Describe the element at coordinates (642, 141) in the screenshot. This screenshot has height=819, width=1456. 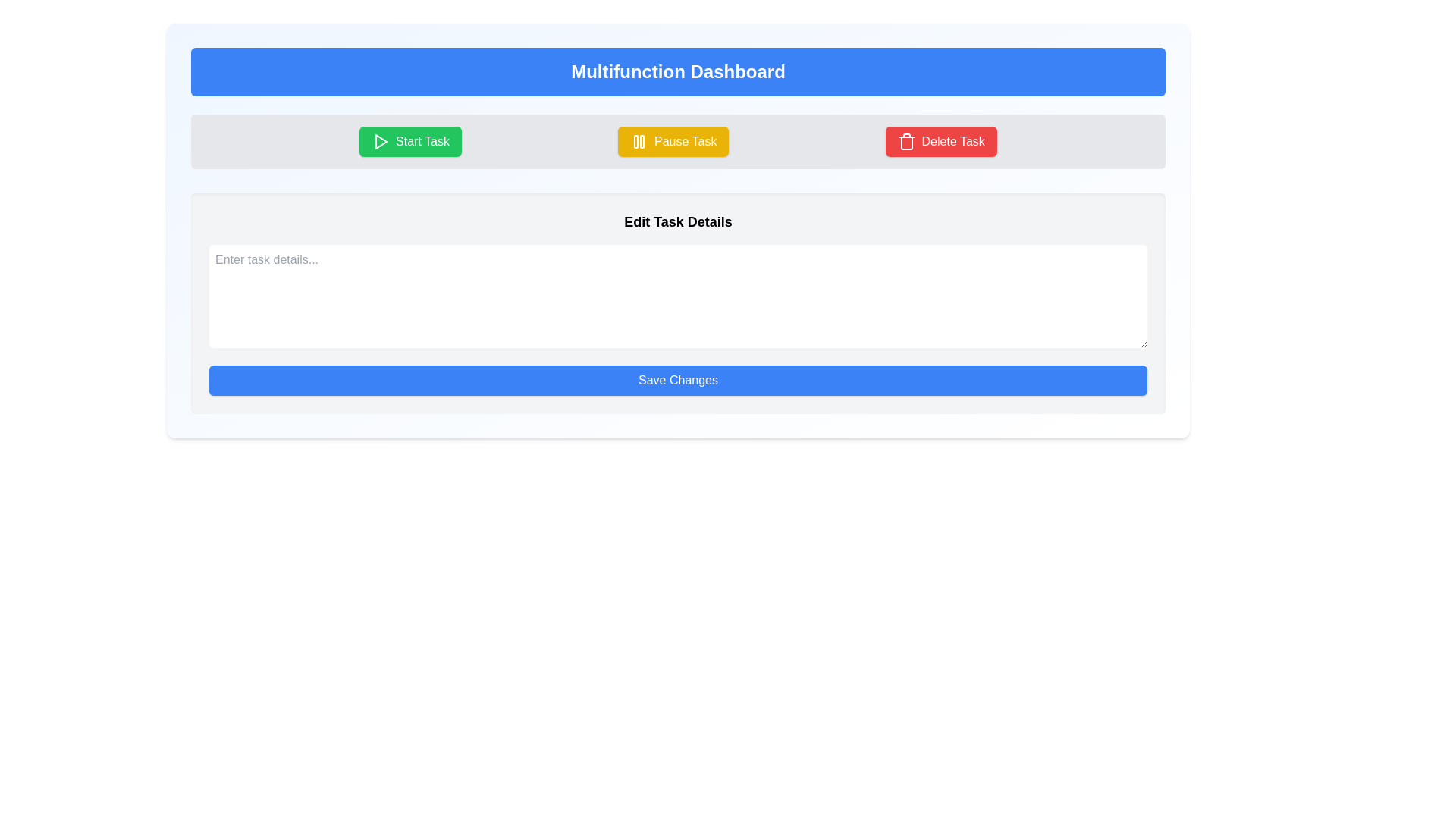
I see `the second vertical bar of the pause icon, which is located on the right side of the first bar and is part of the 'Pause Task' button under the dashboard title` at that location.